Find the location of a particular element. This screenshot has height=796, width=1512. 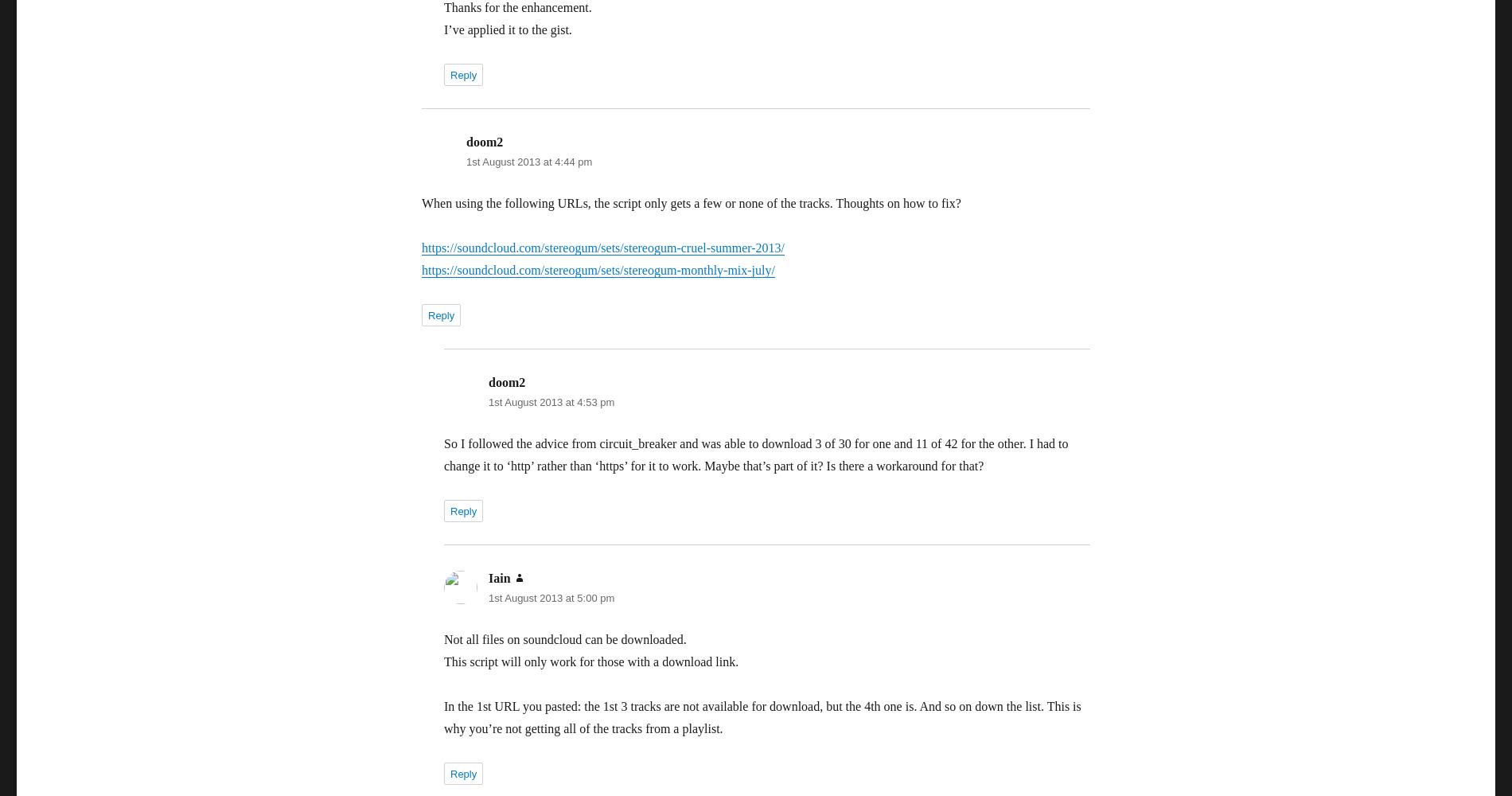

'https://soundcloud.com/stereogum/sets/stereogum-cruel-summer-2013/' is located at coordinates (602, 248).